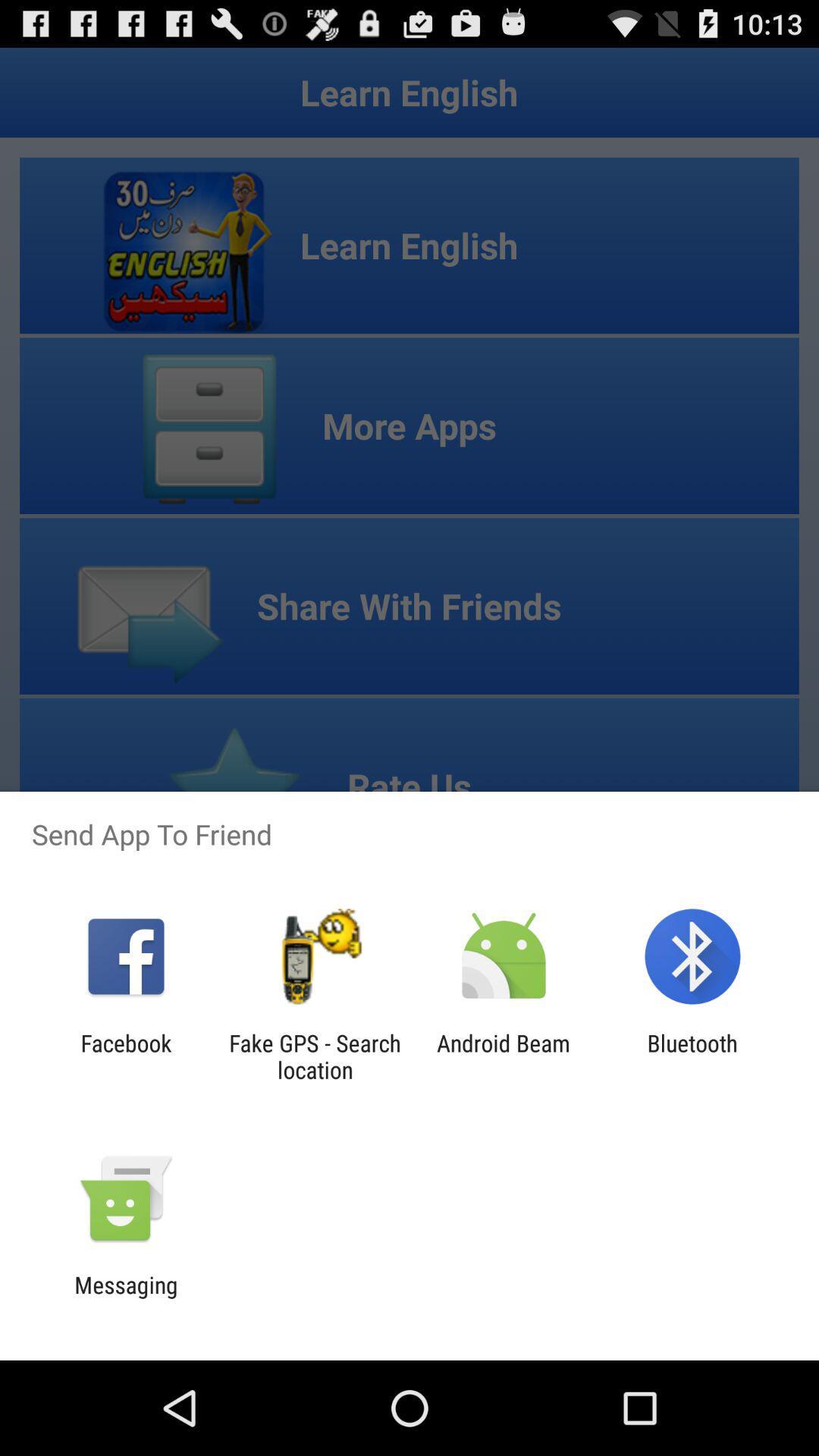  What do you see at coordinates (125, 1056) in the screenshot?
I see `the facebook icon` at bounding box center [125, 1056].